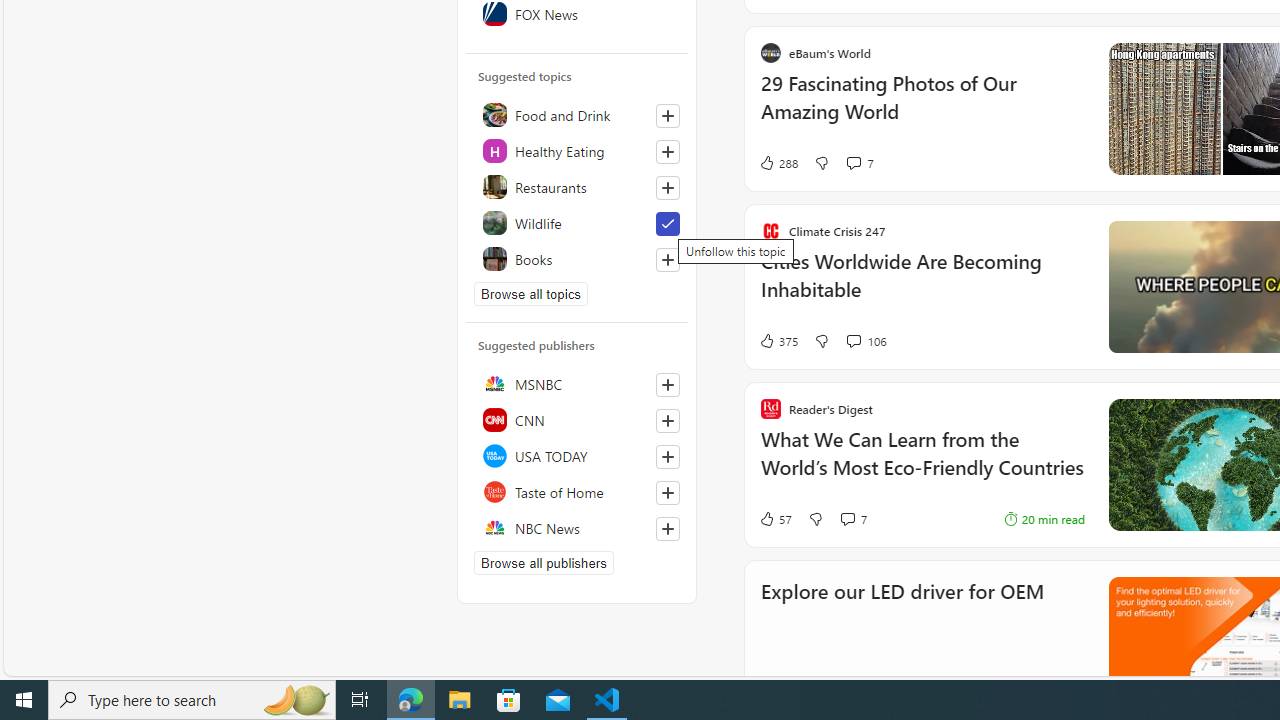 The image size is (1280, 720). Describe the element at coordinates (576, 186) in the screenshot. I see `'Restaurants'` at that location.